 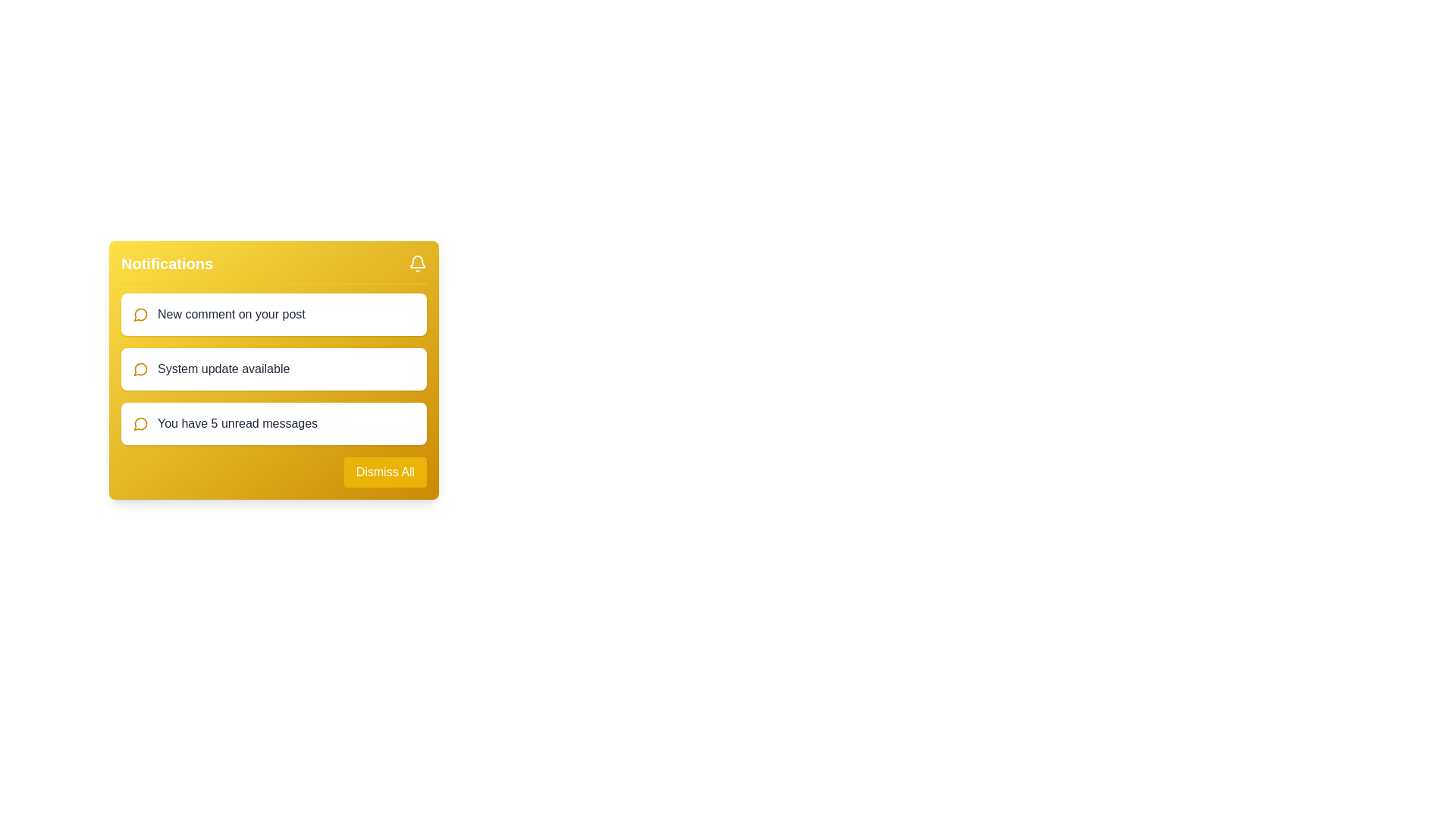 What do you see at coordinates (274, 385) in the screenshot?
I see `the second notification item that reads 'System update available' within the Notifications panel` at bounding box center [274, 385].